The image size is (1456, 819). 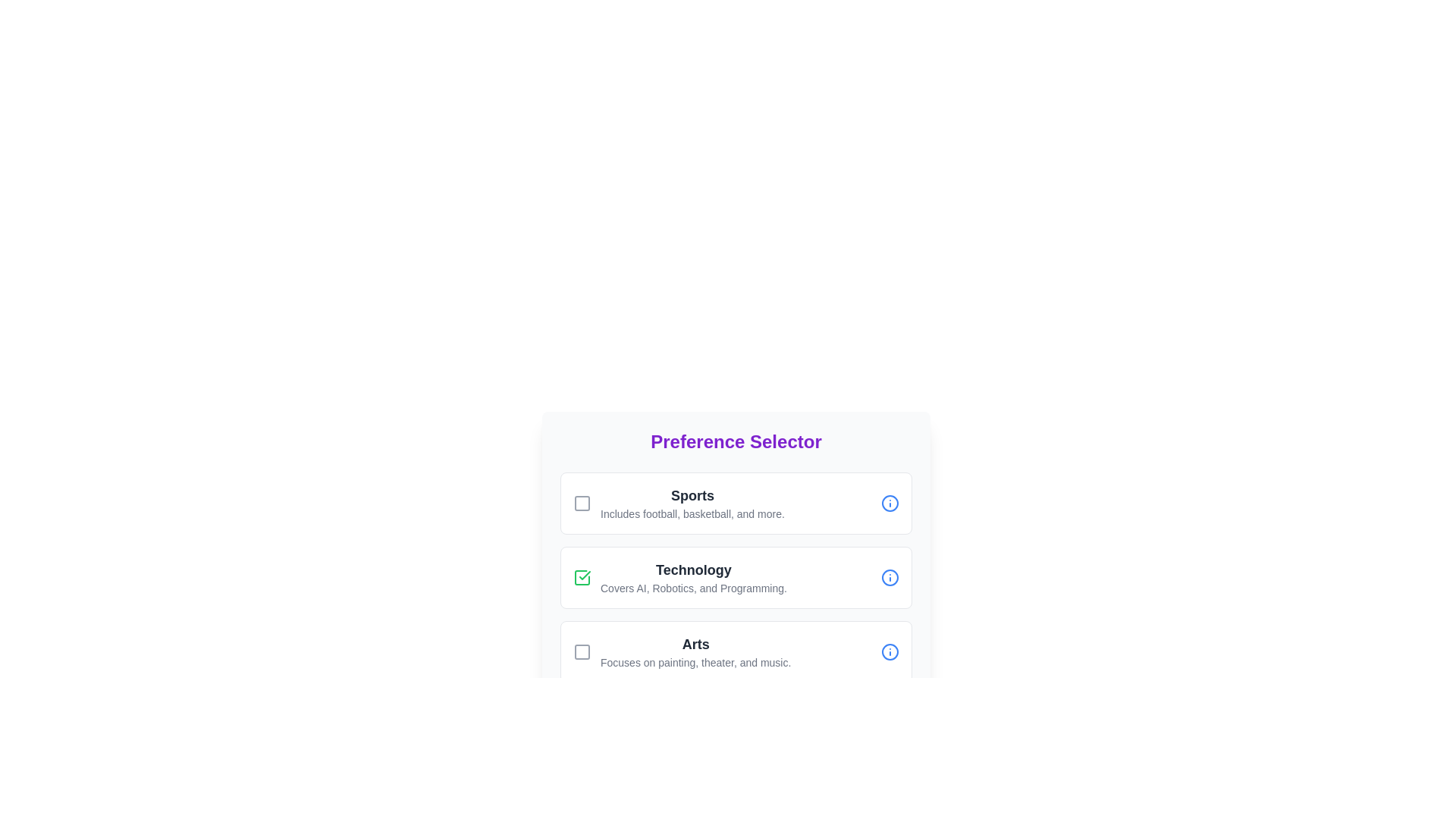 I want to click on the info icon next to the preference Sports to view additional information, so click(x=890, y=503).